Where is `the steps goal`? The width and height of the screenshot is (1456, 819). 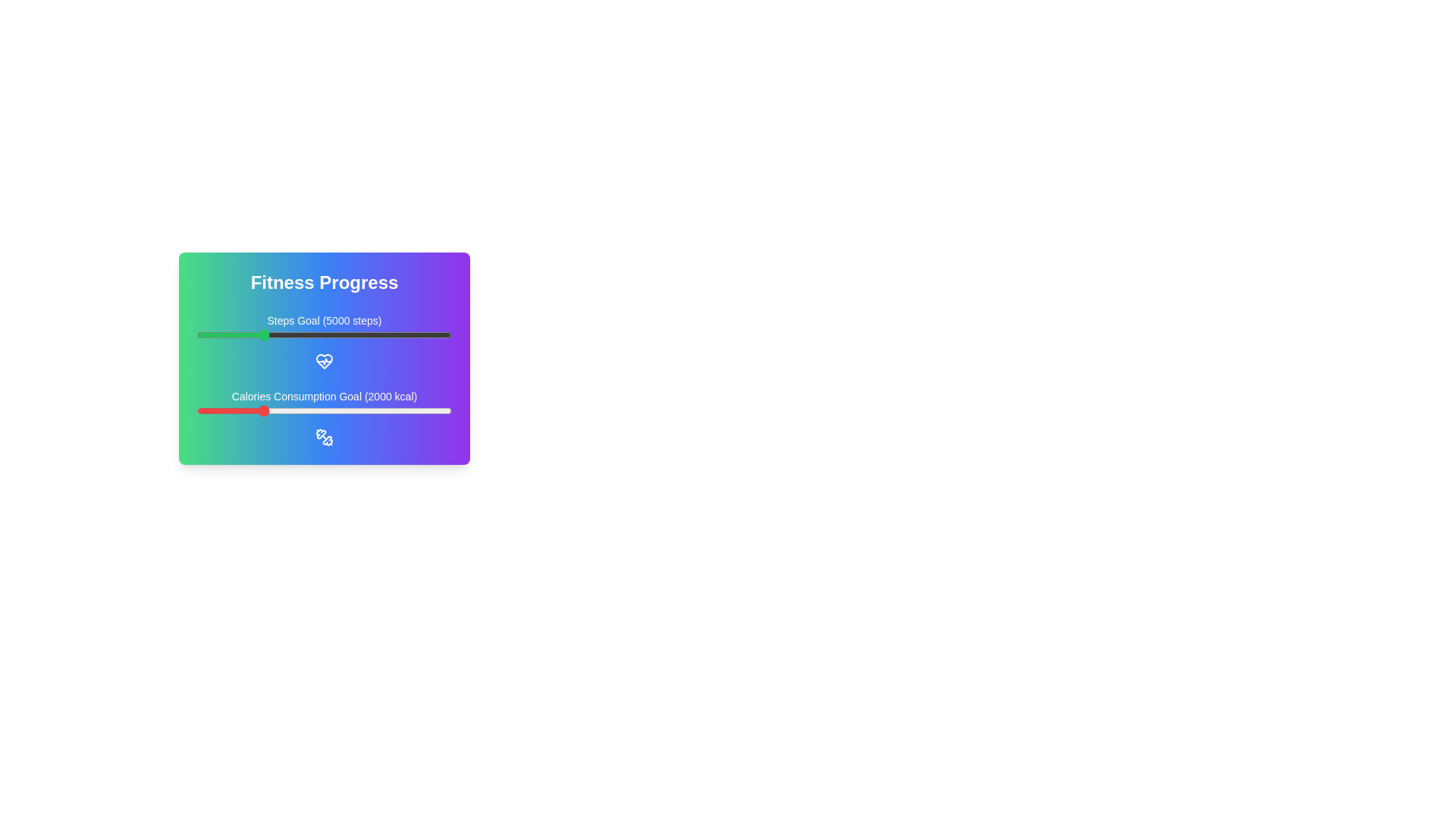
the steps goal is located at coordinates (401, 334).